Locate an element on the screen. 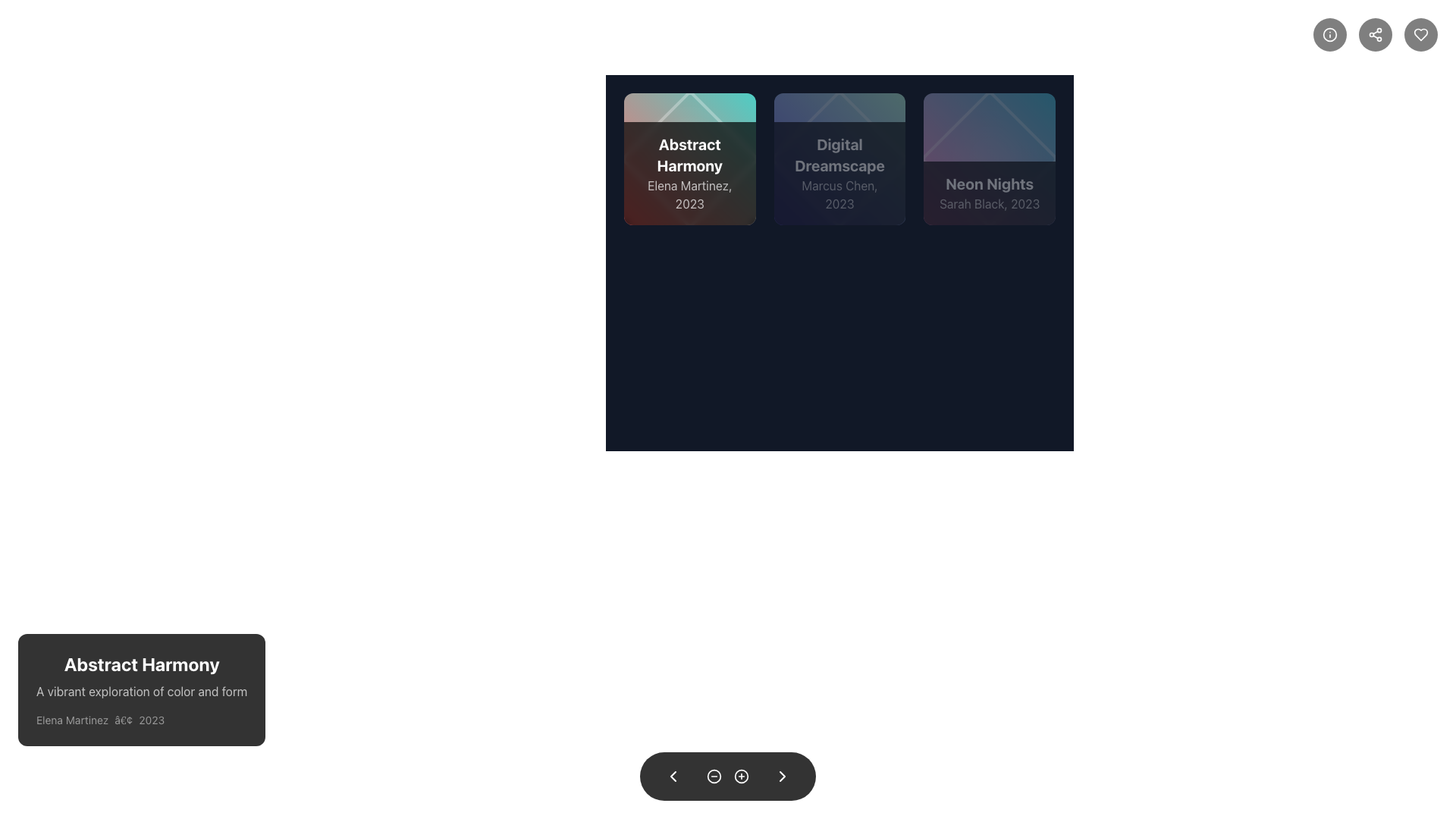  the text label displaying 'Elena Martinez' and '2023' located at the bottom of the 'Abstract Harmony' card is located at coordinates (689, 193).